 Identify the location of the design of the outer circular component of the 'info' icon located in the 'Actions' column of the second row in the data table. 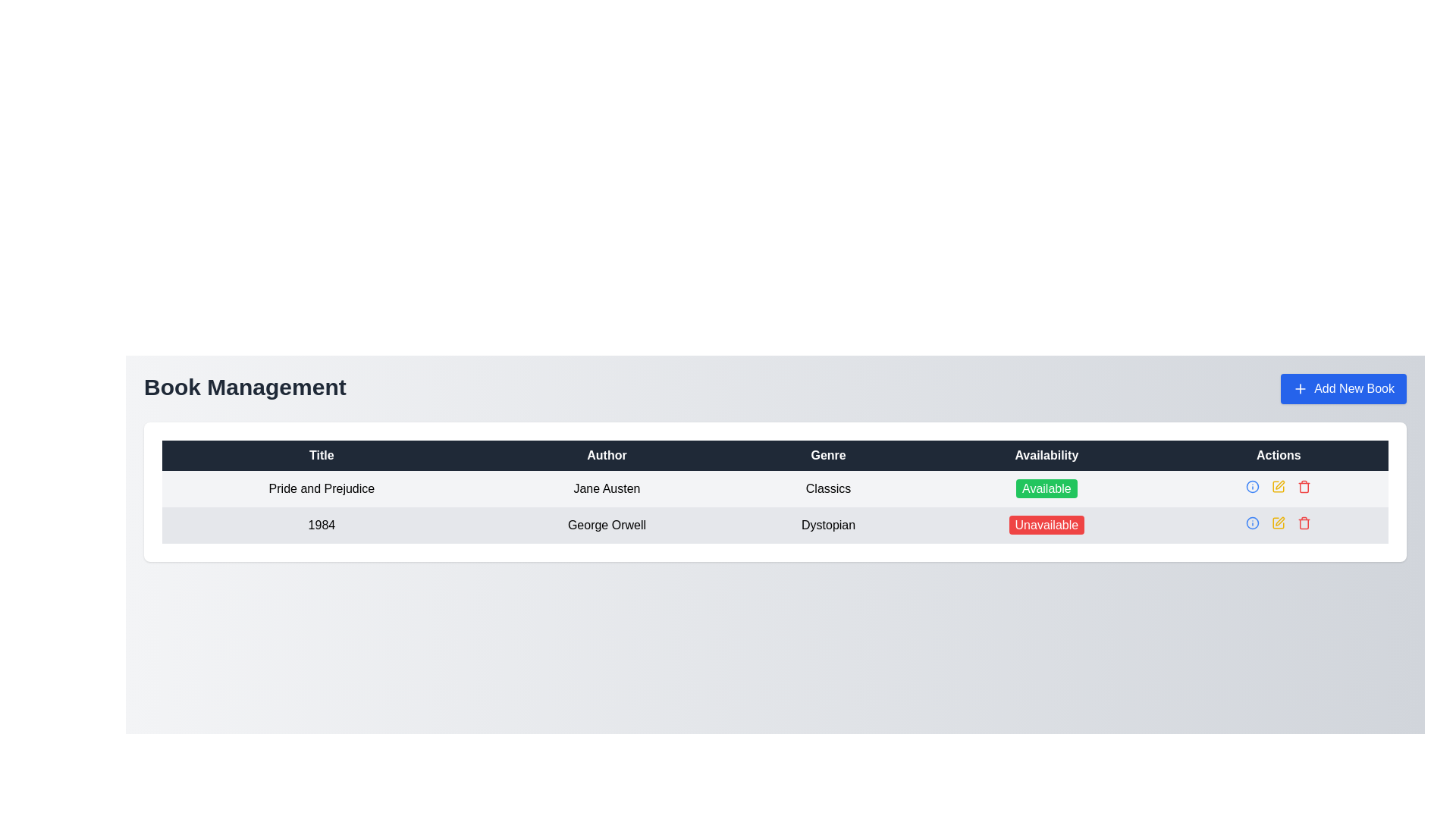
(1253, 486).